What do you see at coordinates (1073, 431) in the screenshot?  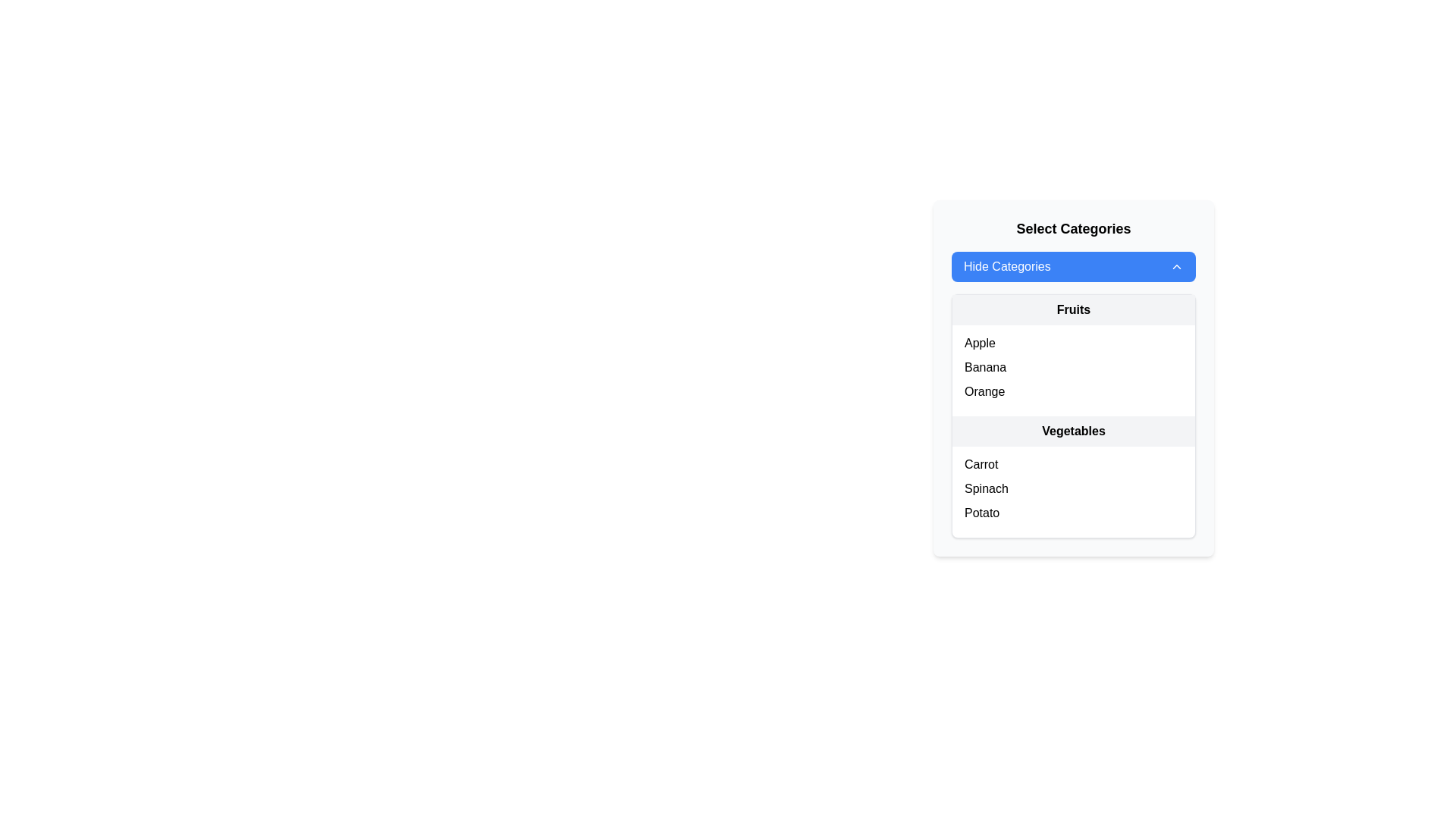 I see `the Header Label for the 'Vegetables' category, which is positioned at the top of the items including 'Carrot', 'Spinach', and 'Potato'` at bounding box center [1073, 431].